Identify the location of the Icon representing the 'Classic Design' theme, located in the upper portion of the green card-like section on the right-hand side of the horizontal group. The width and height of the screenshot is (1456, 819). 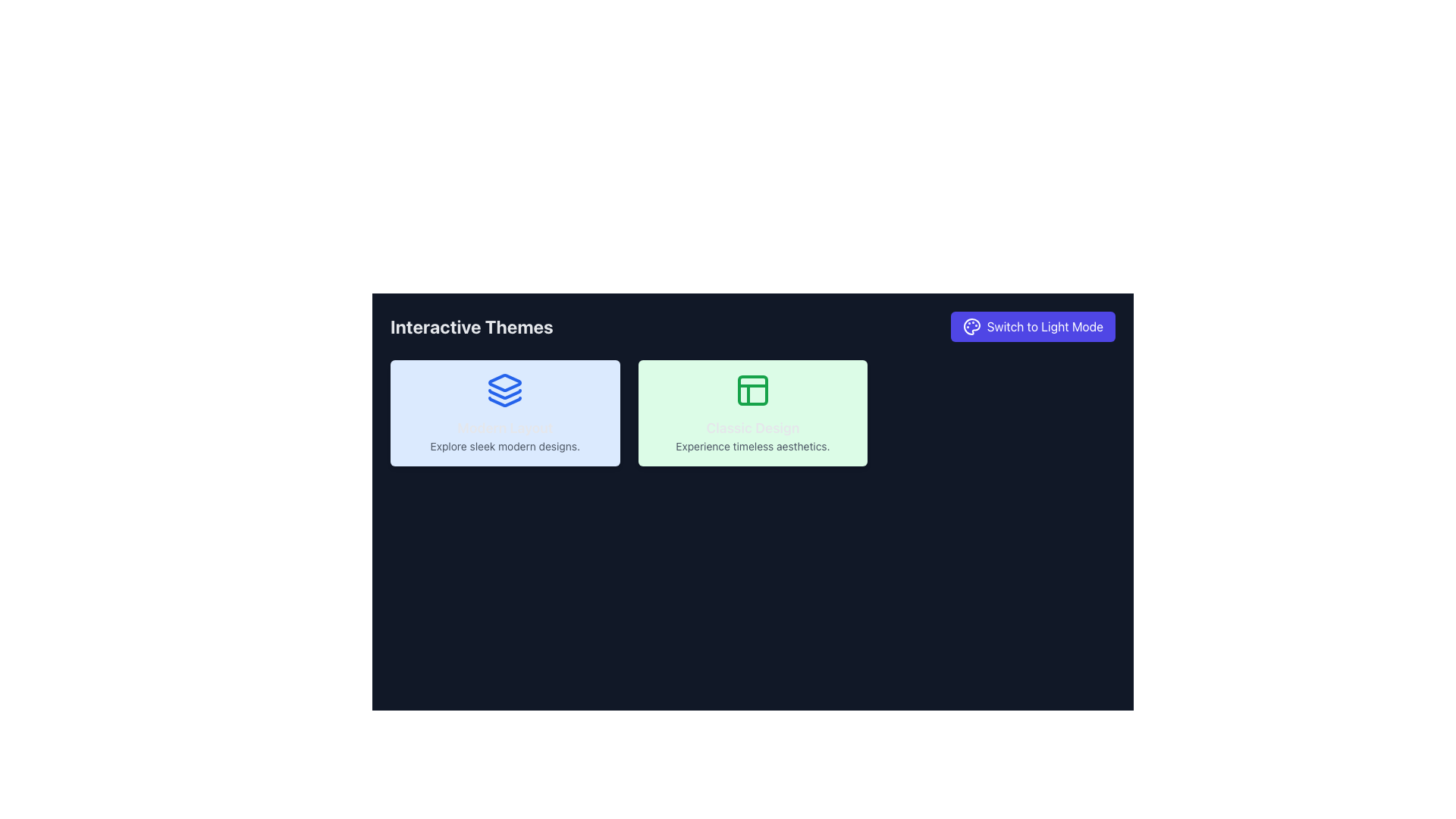
(753, 390).